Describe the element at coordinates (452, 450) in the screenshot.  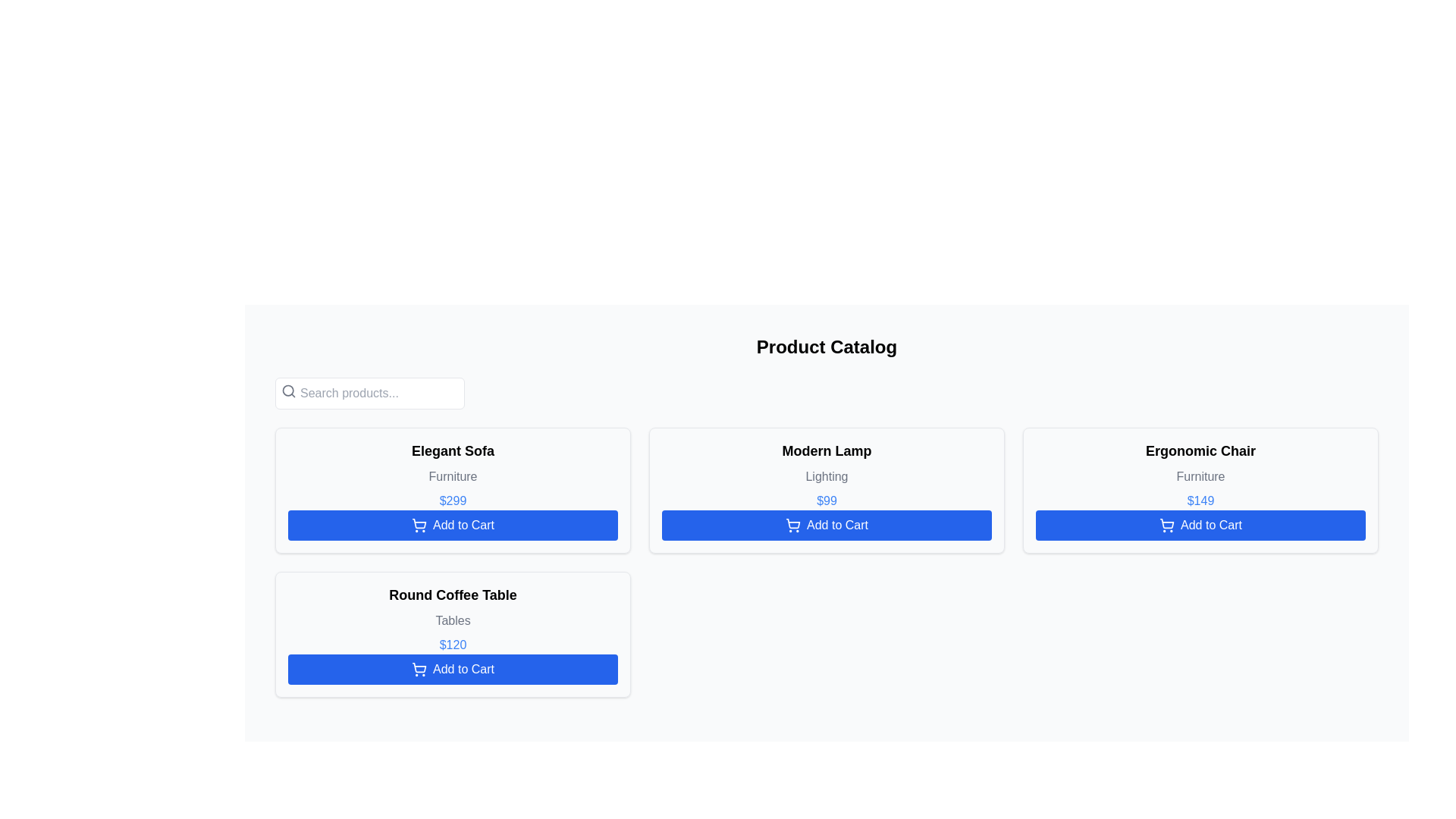
I see `the label displaying the product name 'Elegant Sofa' located at the upper-left corner of the grid layout` at that location.